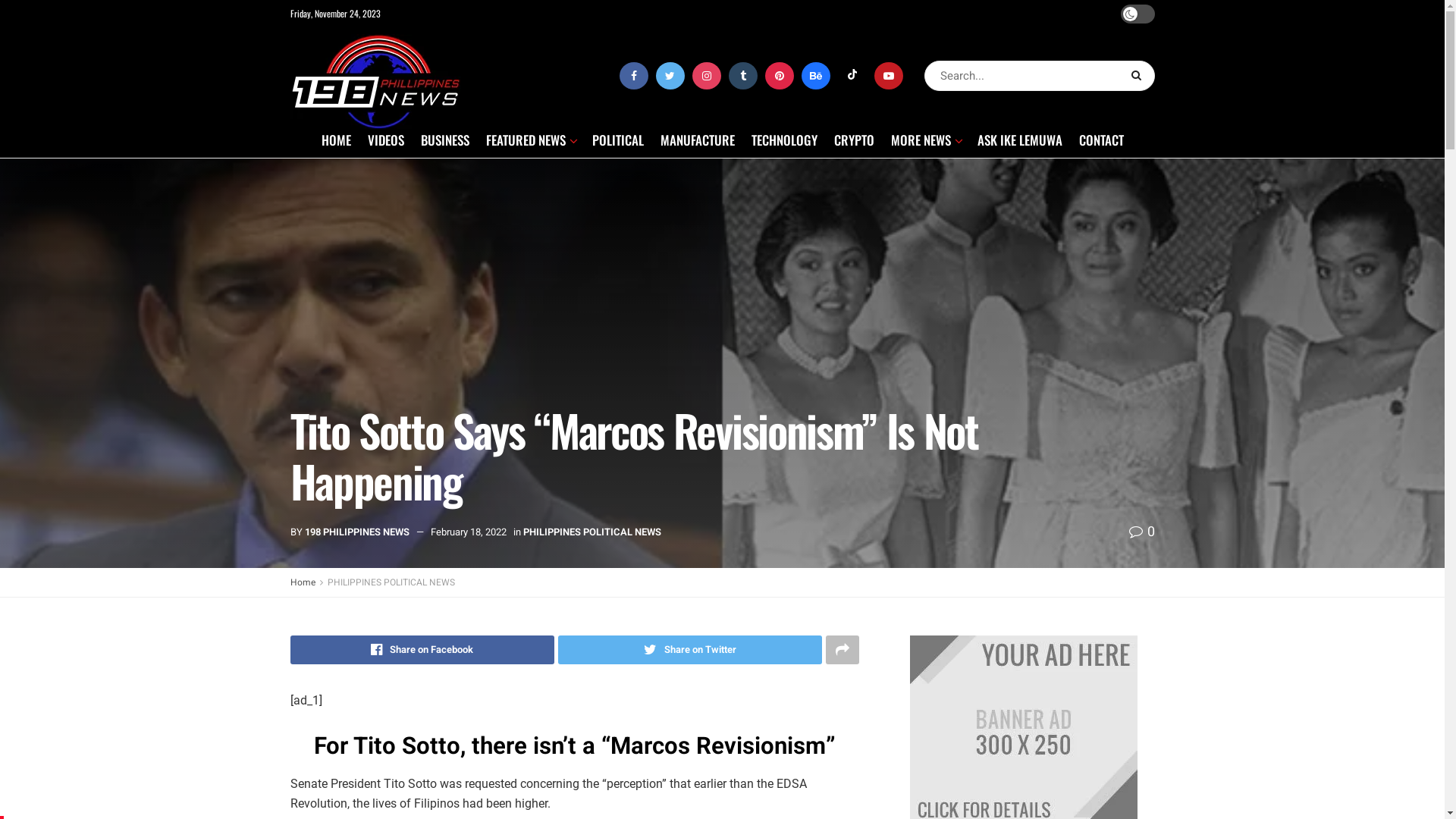 The height and width of the screenshot is (819, 1456). Describe the element at coordinates (689, 648) in the screenshot. I see `'Share on Twitter'` at that location.